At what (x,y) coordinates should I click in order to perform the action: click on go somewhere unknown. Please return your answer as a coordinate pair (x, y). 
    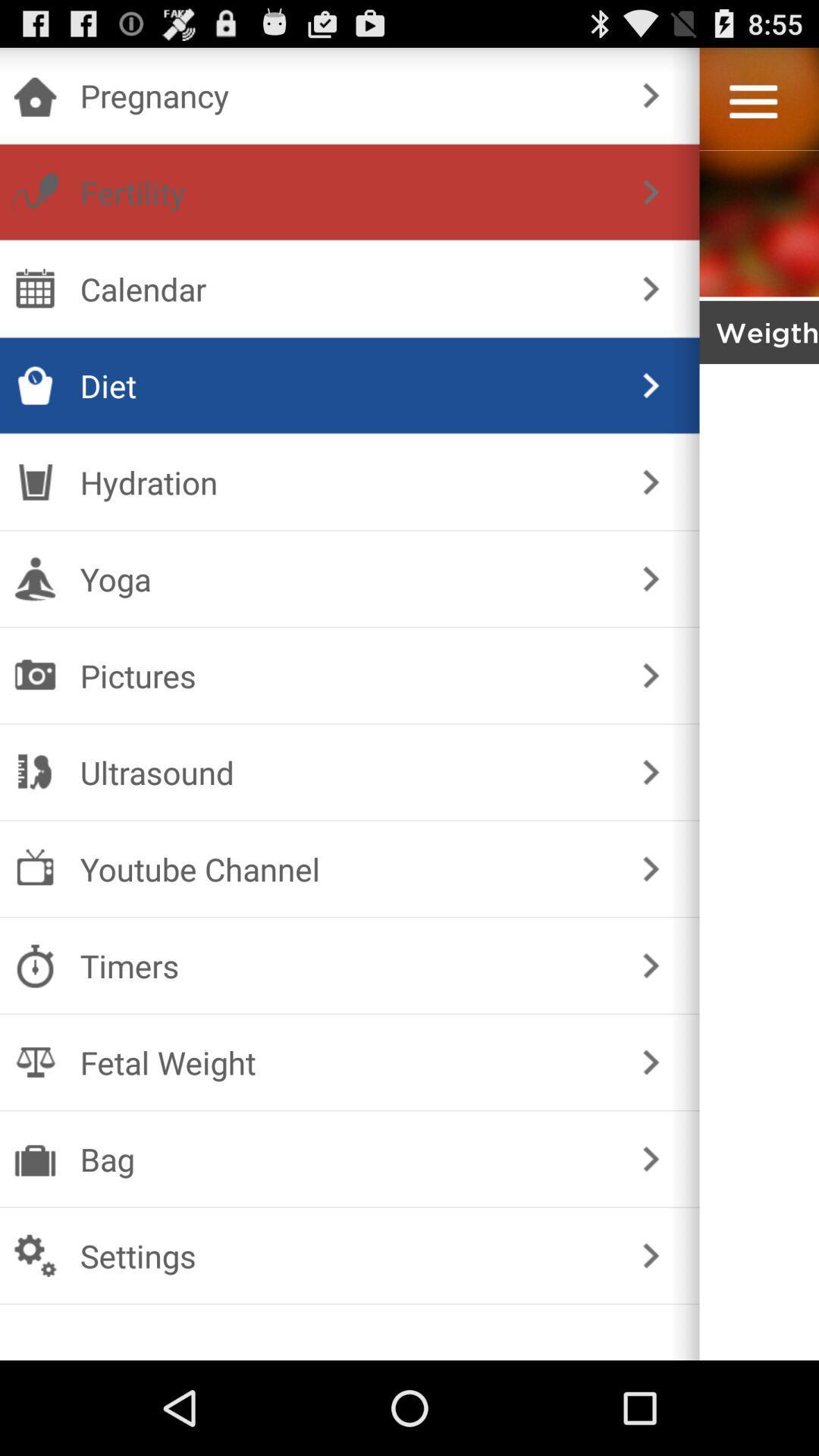
    Looking at the image, I should click on (759, 808).